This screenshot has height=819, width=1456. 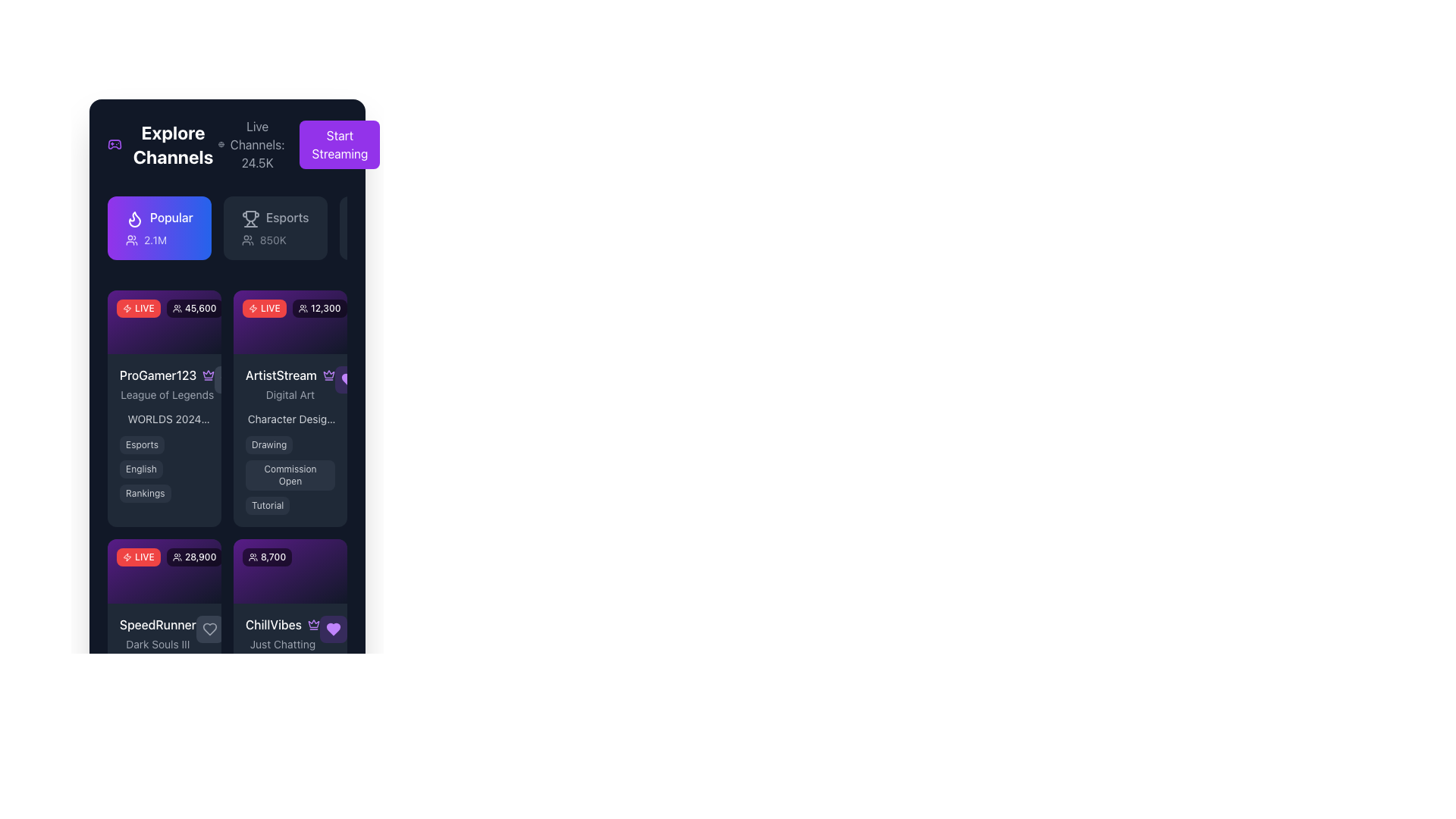 I want to click on the label with the text 'ChillVibes' and the accompanying crown icon, located in the second column of the second row within the content grid, so click(x=283, y=624).